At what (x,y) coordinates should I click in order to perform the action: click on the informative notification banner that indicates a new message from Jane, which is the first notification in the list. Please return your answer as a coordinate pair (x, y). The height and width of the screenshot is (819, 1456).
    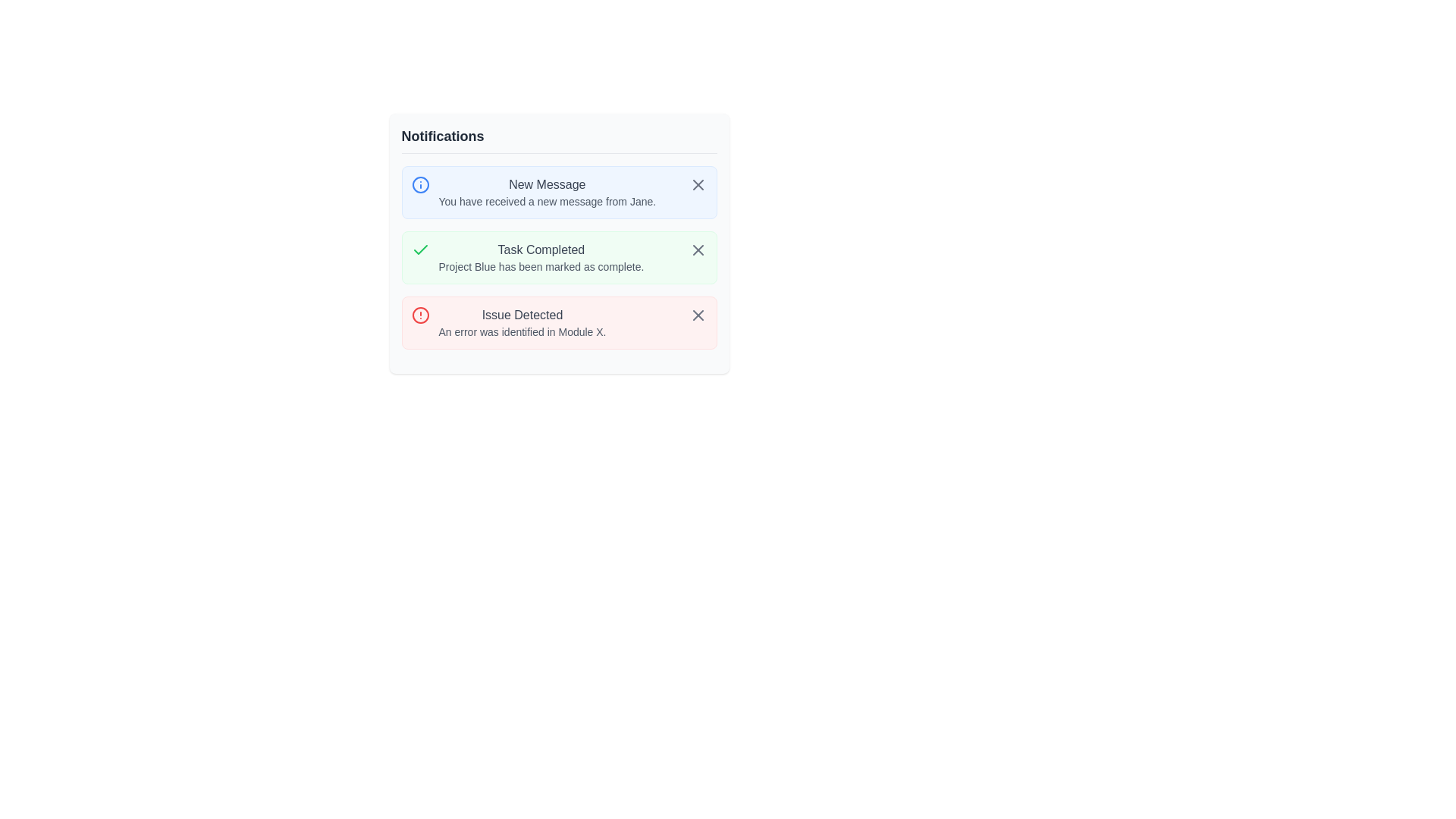
    Looking at the image, I should click on (546, 192).